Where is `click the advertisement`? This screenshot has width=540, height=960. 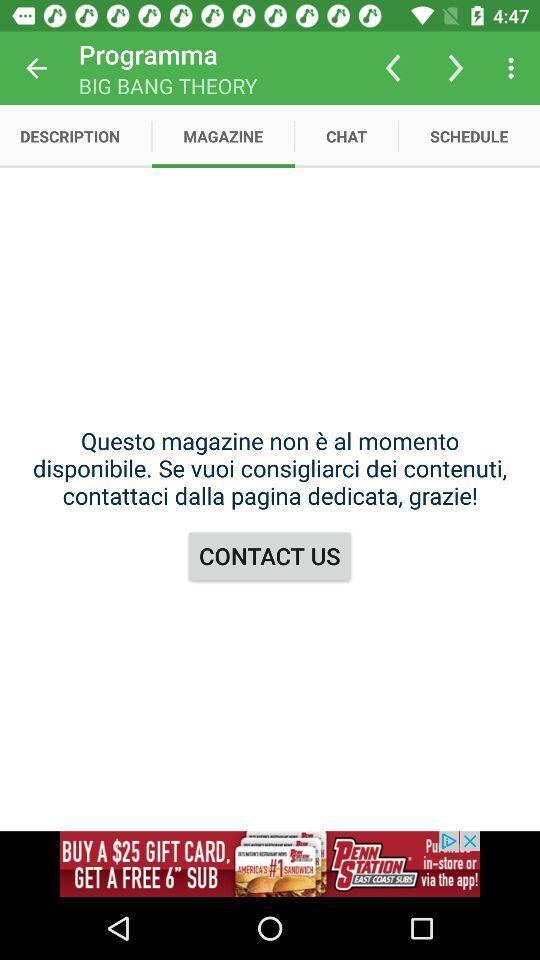 click the advertisement is located at coordinates (270, 863).